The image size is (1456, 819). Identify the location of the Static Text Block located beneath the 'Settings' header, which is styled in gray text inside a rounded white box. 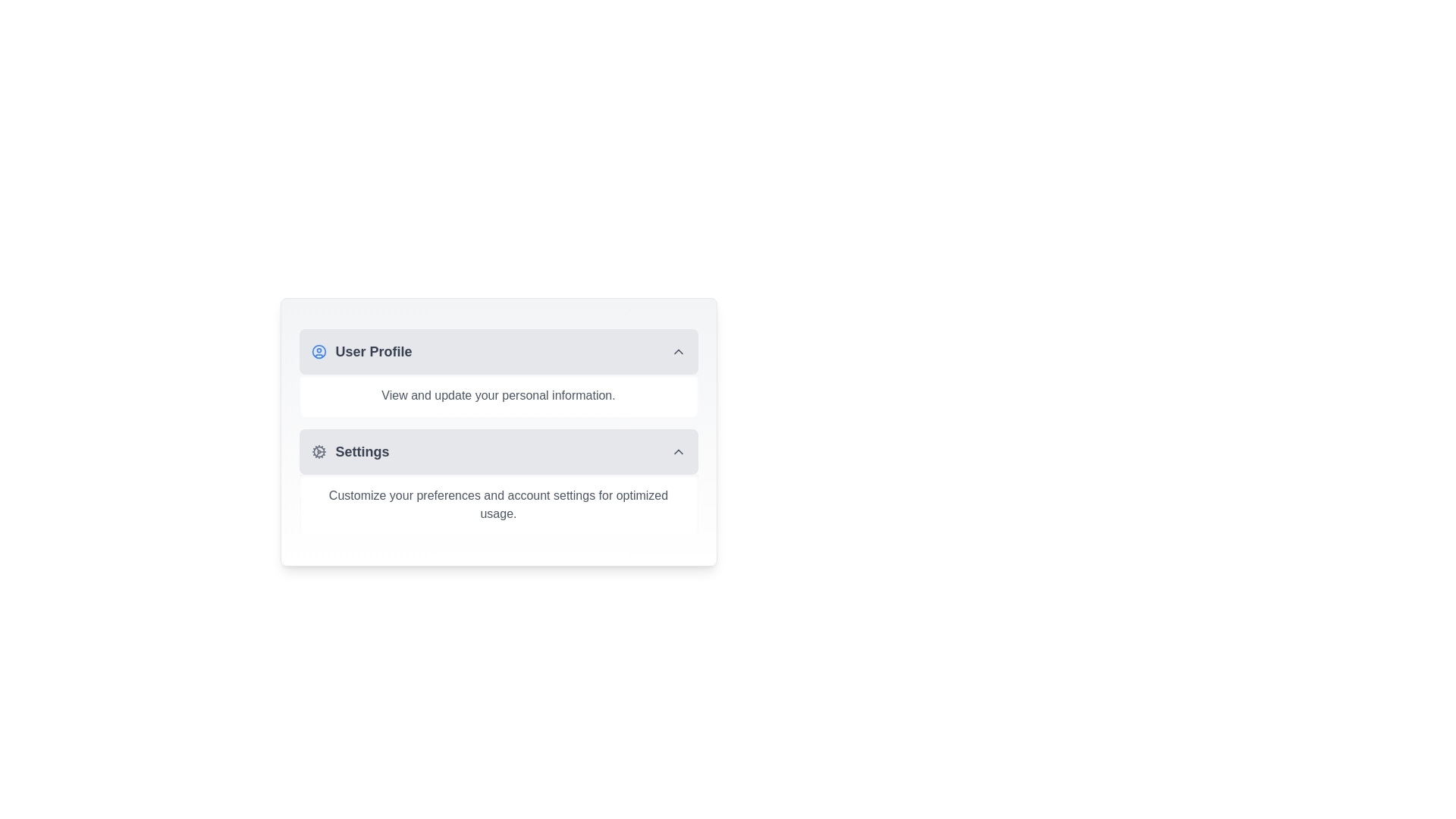
(498, 505).